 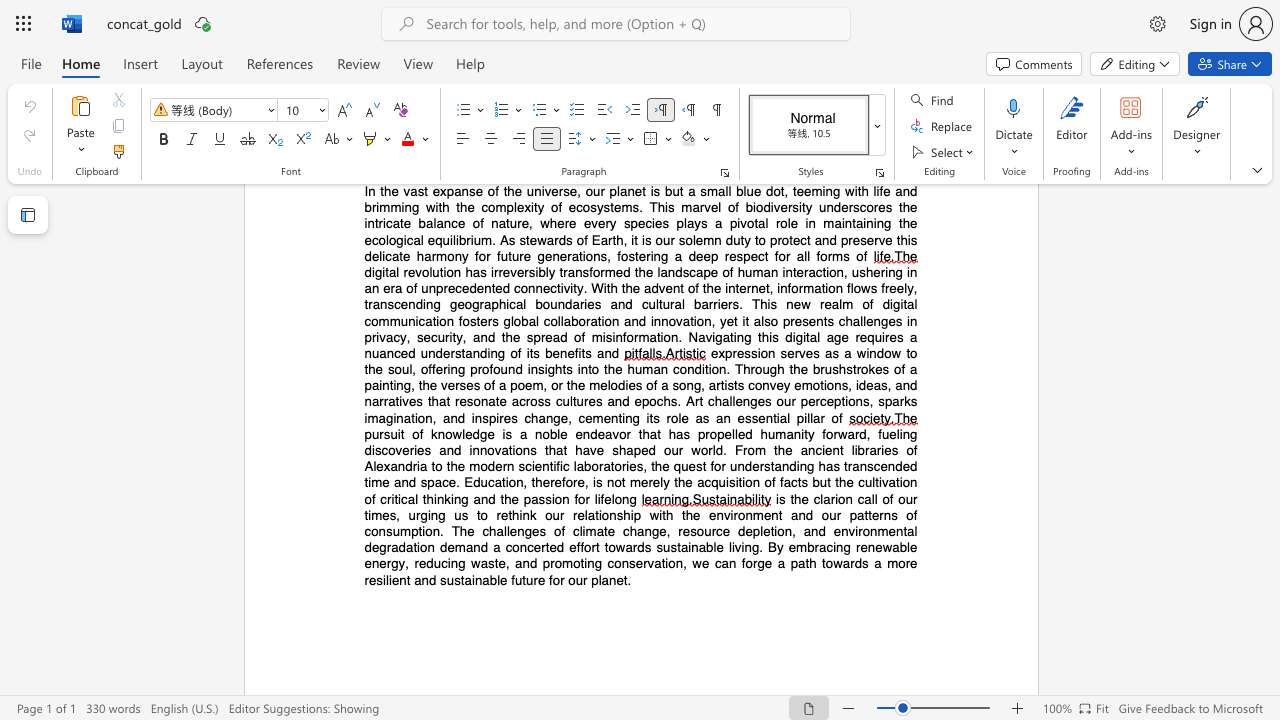 What do you see at coordinates (677, 482) in the screenshot?
I see `the subset text "he acquisition of facts but the cultivation of critical thinking and" within the text "pursuit of knowledge is a noble endeavor that has propelled humanity forward, fueling discoveries and innovations that have shaped our world. From the ancient libraries of Alexandria to the modern scientific laboratories, the quest for understanding has transcended time and space. Education, therefore, is not merely the acquisition of facts but the cultivation of critical thinking and the passion for lifelong"` at bounding box center [677, 482].